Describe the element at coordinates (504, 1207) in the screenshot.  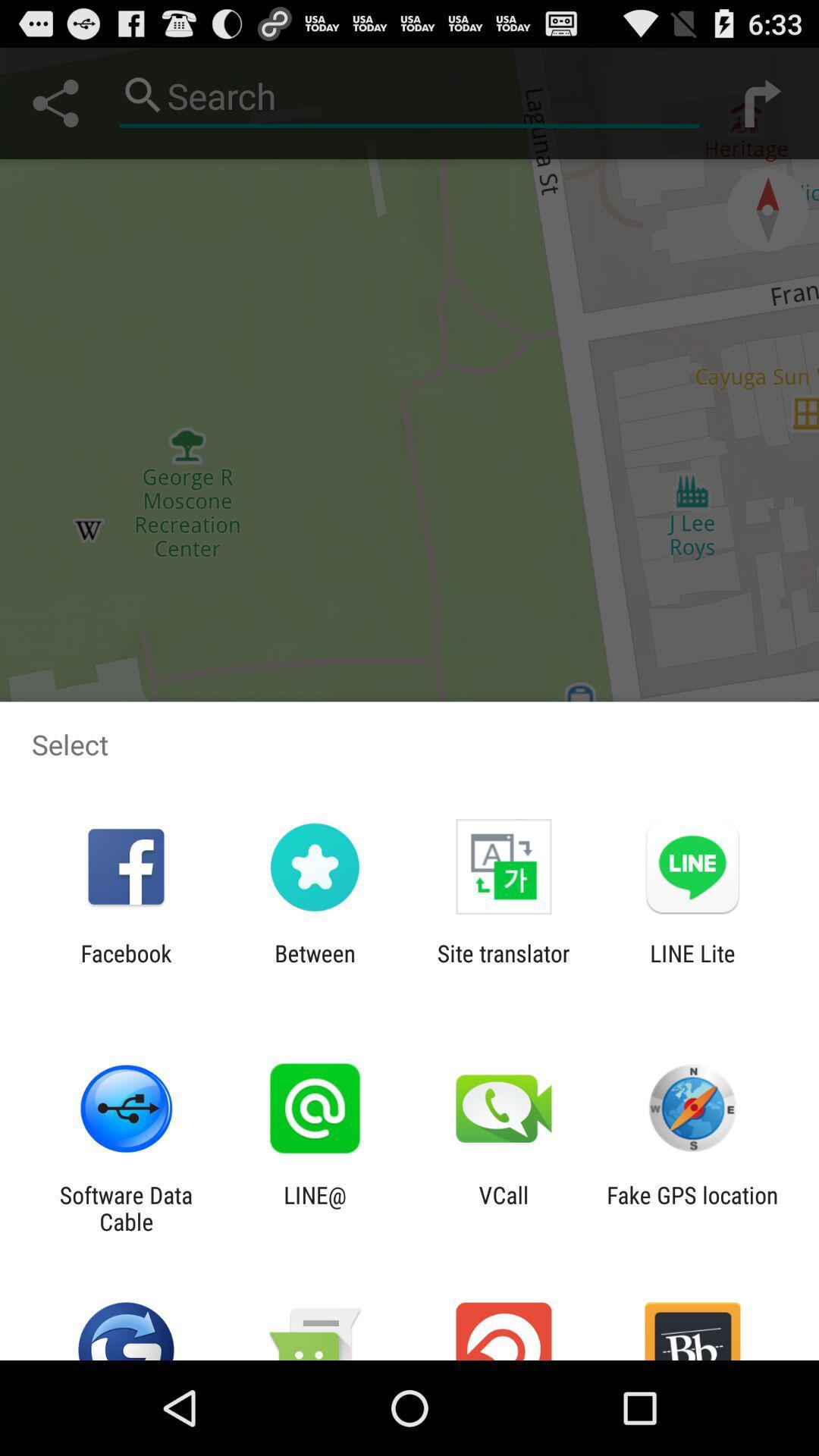
I see `the vcall app` at that location.